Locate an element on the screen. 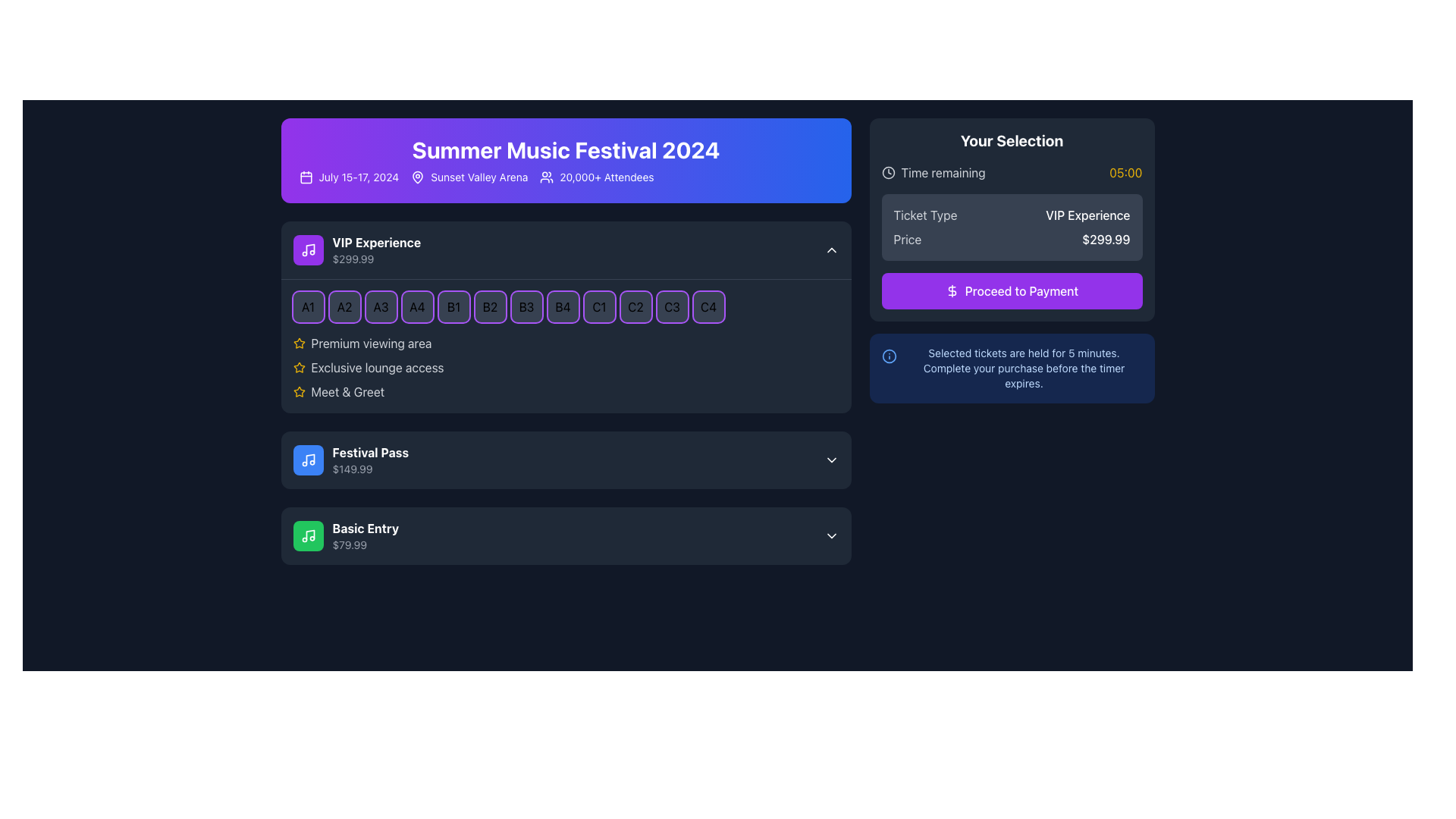 The height and width of the screenshot is (819, 1456). 'Time remaining' countdown timer displaying '05:00' in yellow color, located in the 'Your Selection' section above the 'Ticket Type' and 'Price' information is located at coordinates (1012, 171).